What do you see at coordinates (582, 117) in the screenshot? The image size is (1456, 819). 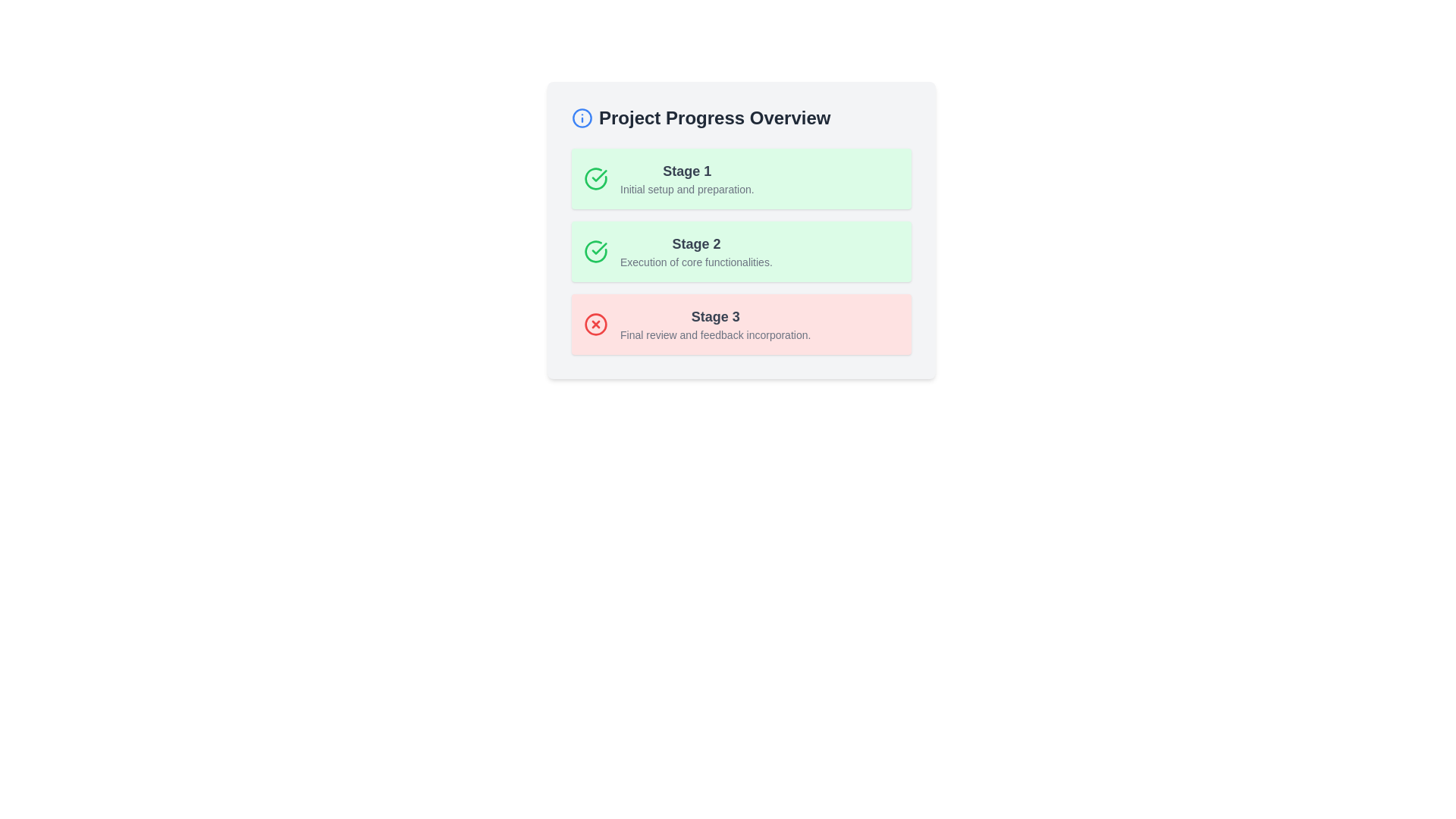 I see `the information icon located to the left of the 'Project Progress Overview' text` at bounding box center [582, 117].